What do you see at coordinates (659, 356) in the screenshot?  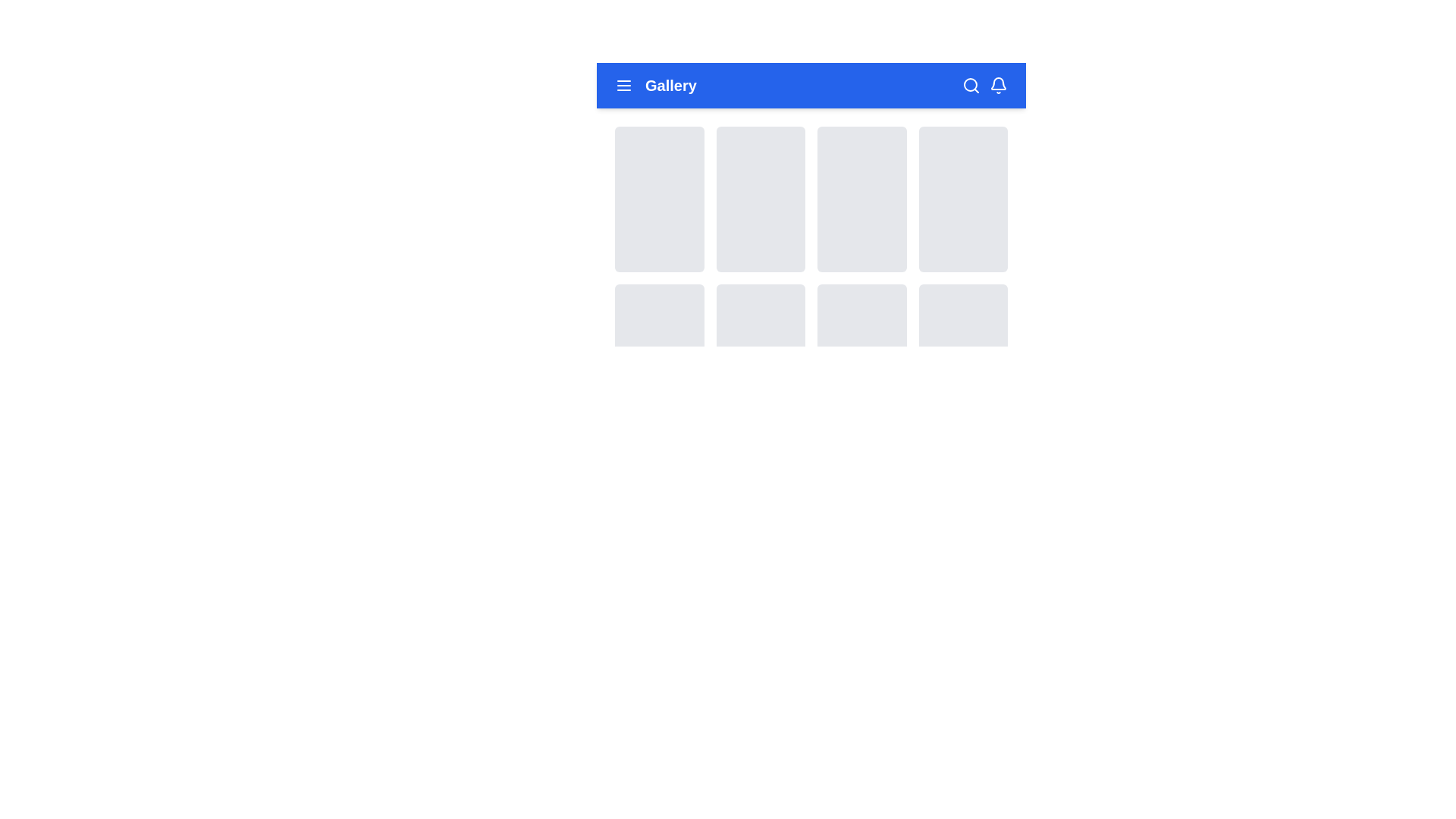 I see `the card component located in the first column of the second row of the grid` at bounding box center [659, 356].